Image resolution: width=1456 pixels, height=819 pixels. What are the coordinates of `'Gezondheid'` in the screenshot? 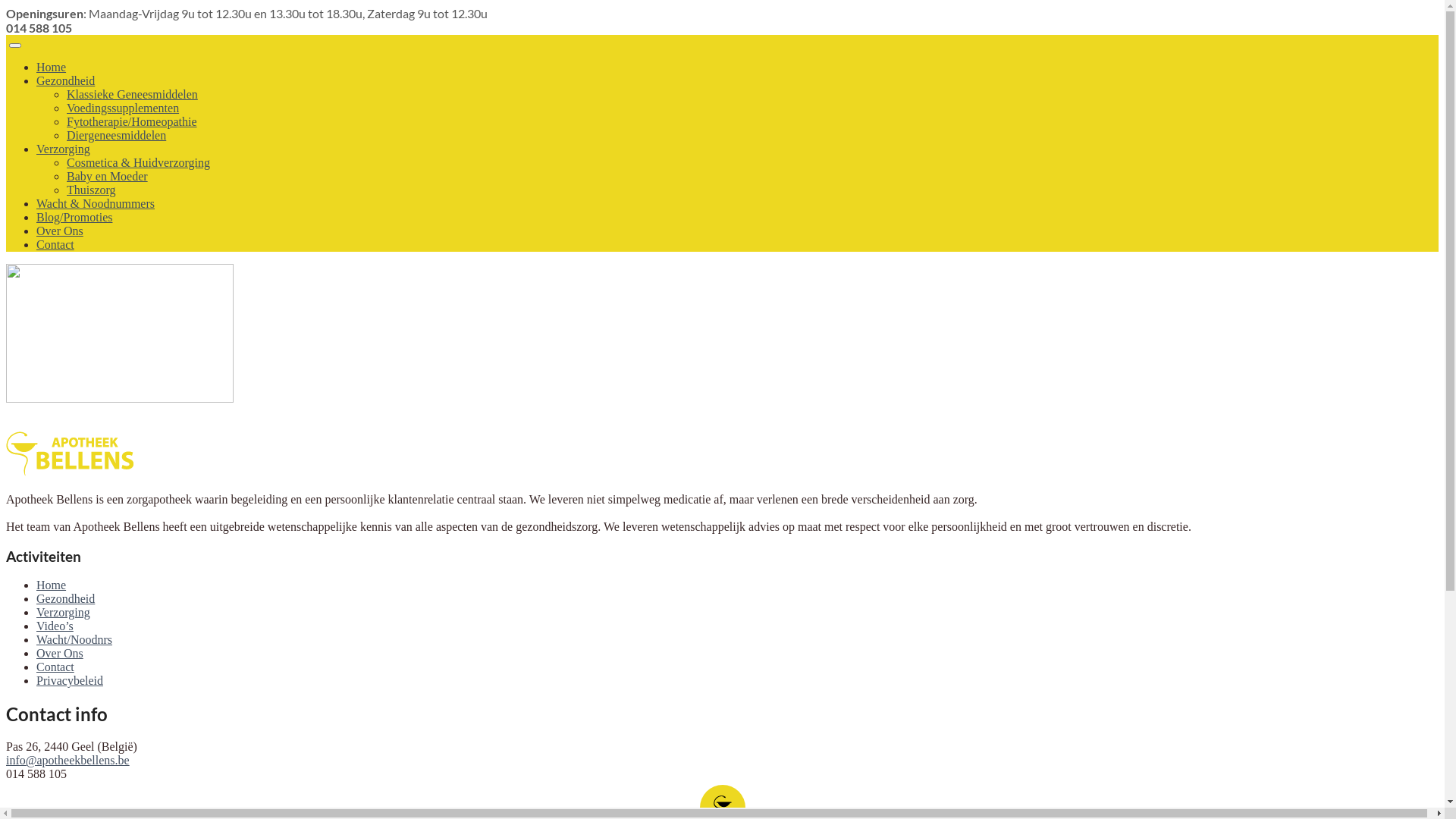 It's located at (64, 80).